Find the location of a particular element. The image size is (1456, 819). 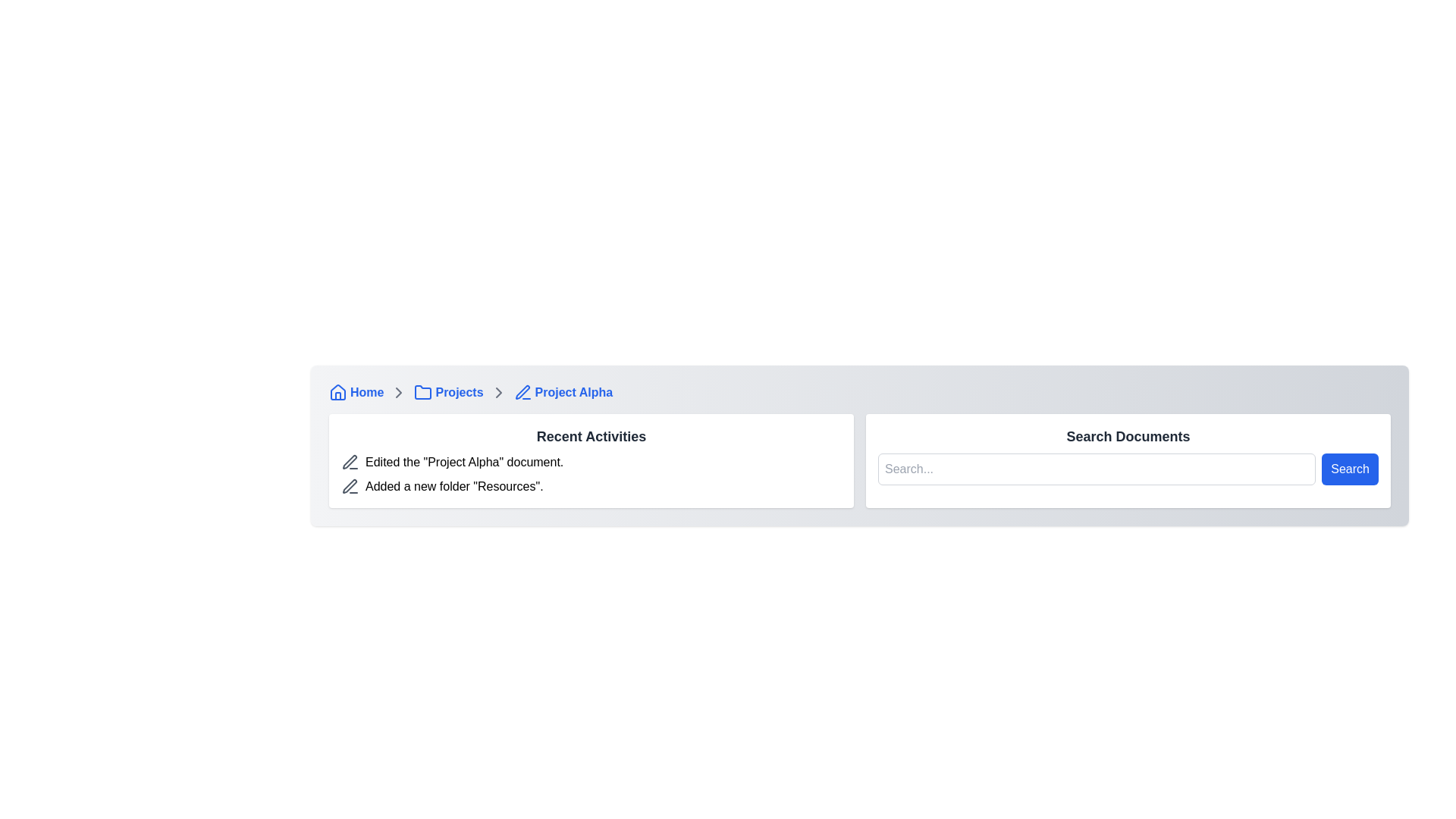

the 'Project Alpha' text label, which is styled in blue font and is part of the breadcrumb navigation bar, located to the right of a pencil icon is located at coordinates (573, 391).